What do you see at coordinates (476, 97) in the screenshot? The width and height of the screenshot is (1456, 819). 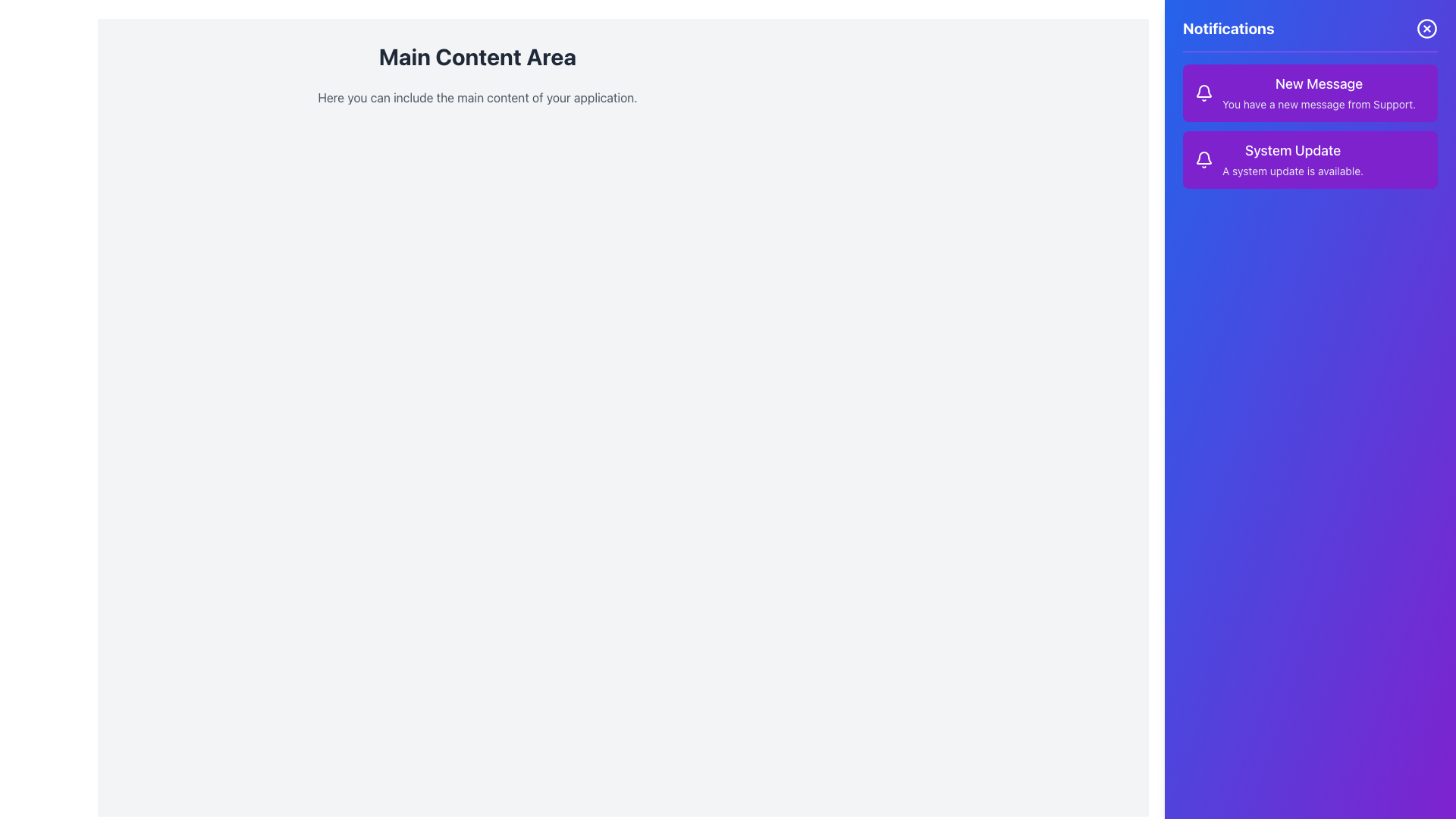 I see `the text block that reads 'Here you can include the main content of your application.' which is styled with a light gray color and positioned below the 'Main Content Area' header` at bounding box center [476, 97].